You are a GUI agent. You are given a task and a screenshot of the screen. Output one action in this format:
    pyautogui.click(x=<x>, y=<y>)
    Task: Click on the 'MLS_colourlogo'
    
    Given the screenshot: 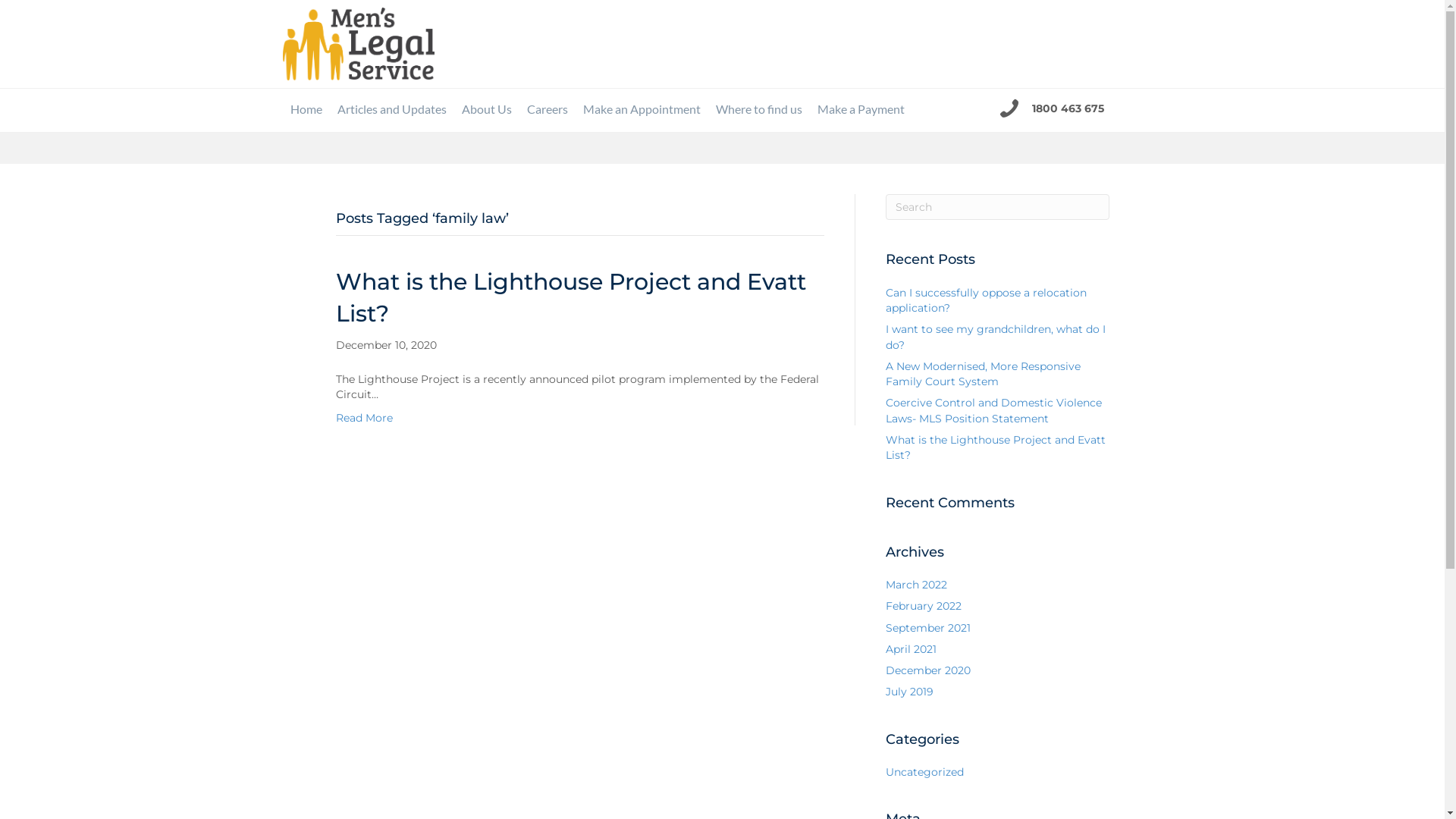 What is the action you would take?
    pyautogui.click(x=356, y=42)
    